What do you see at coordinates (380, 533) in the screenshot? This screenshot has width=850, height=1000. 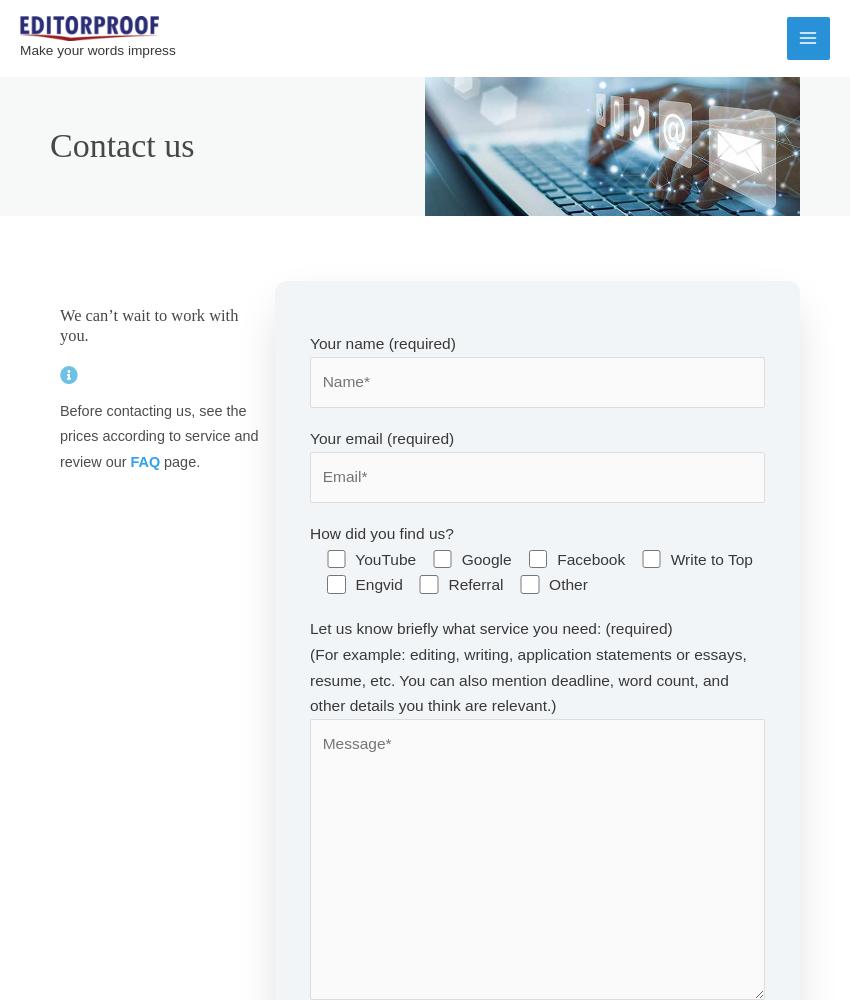 I see `'How did you find us?'` at bounding box center [380, 533].